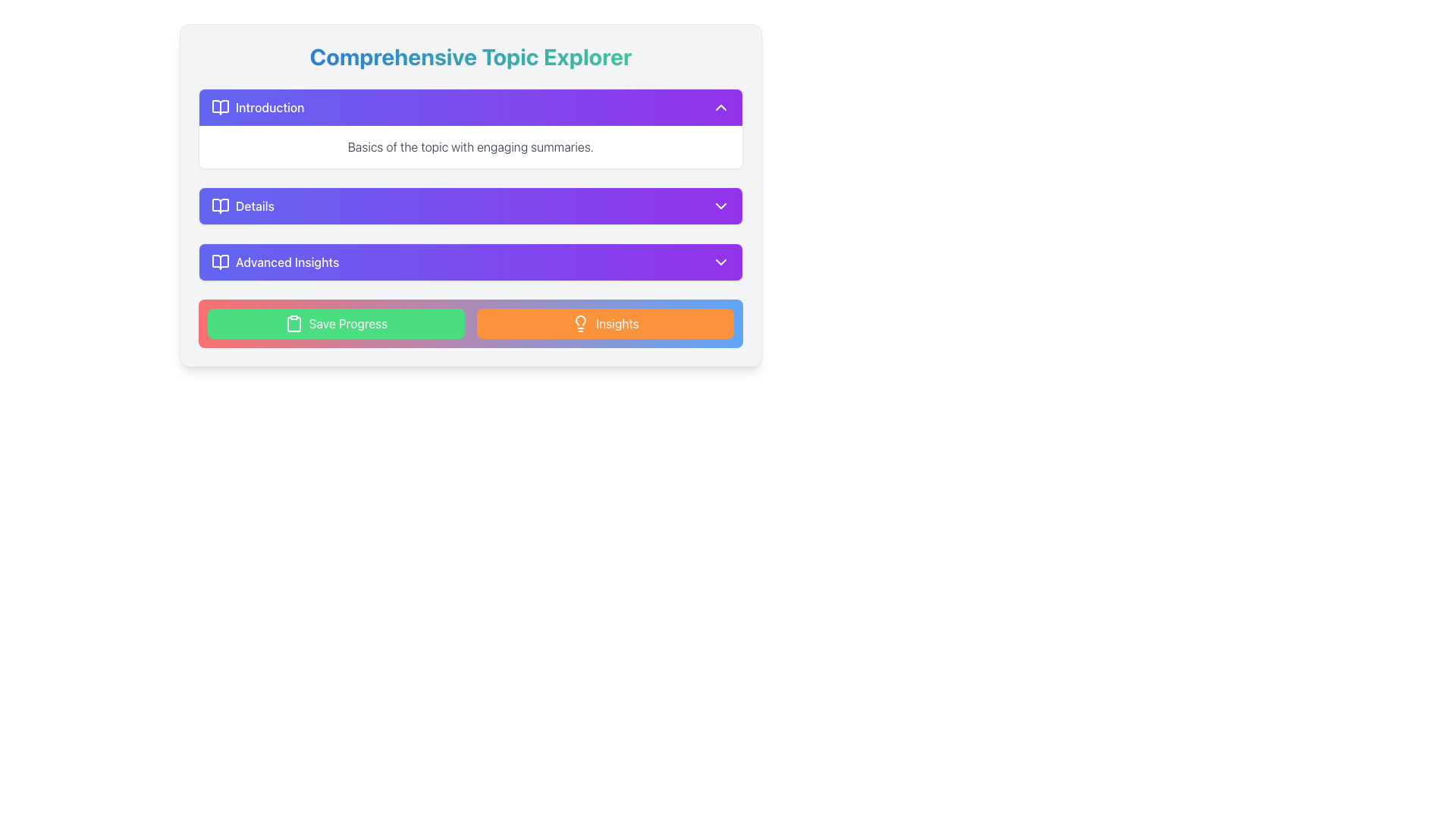  I want to click on the button with an icon and label, so click(243, 206).